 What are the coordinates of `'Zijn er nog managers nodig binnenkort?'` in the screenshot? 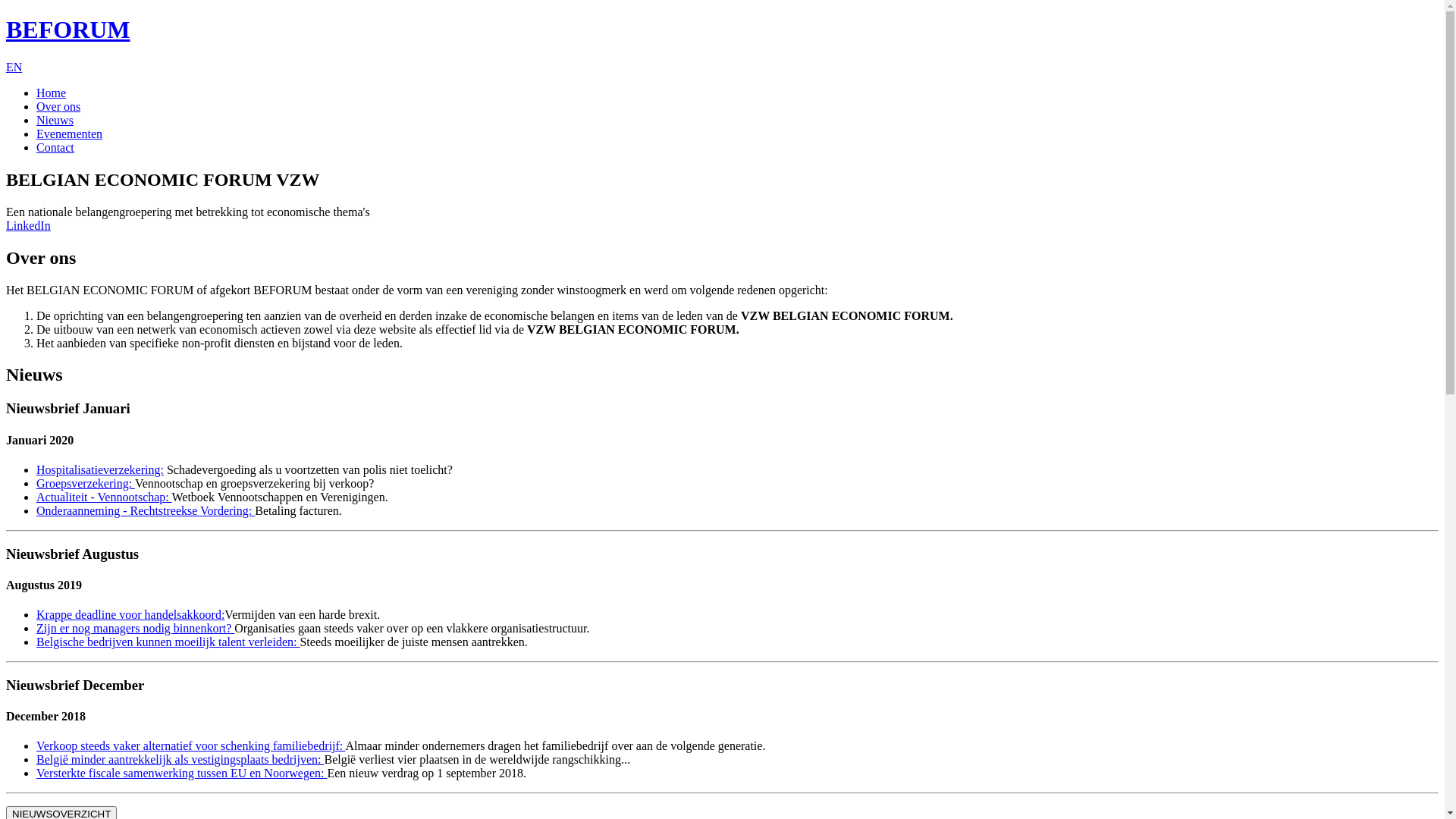 It's located at (135, 628).